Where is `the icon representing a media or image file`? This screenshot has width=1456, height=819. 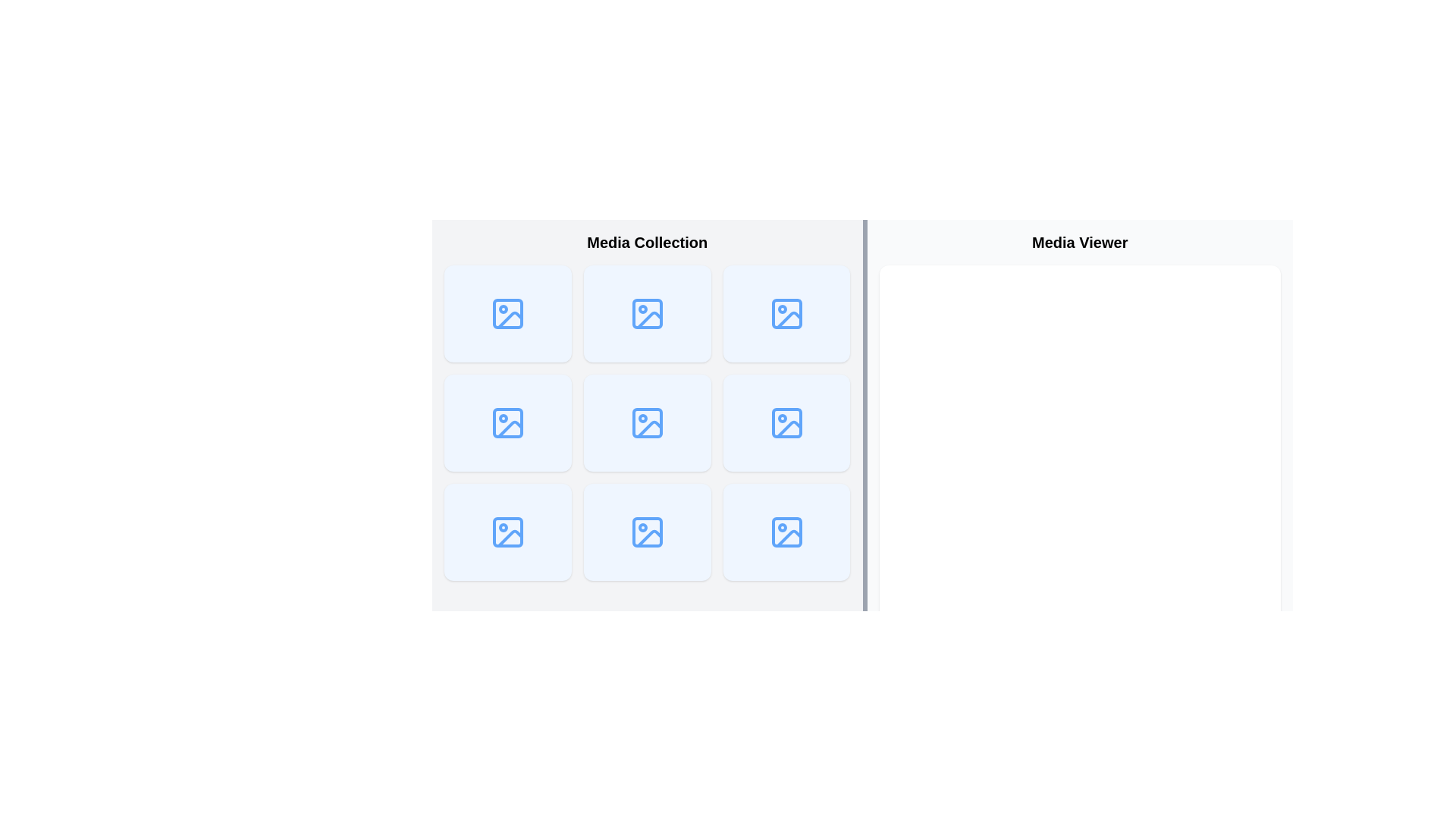
the icon representing a media or image file is located at coordinates (507, 532).